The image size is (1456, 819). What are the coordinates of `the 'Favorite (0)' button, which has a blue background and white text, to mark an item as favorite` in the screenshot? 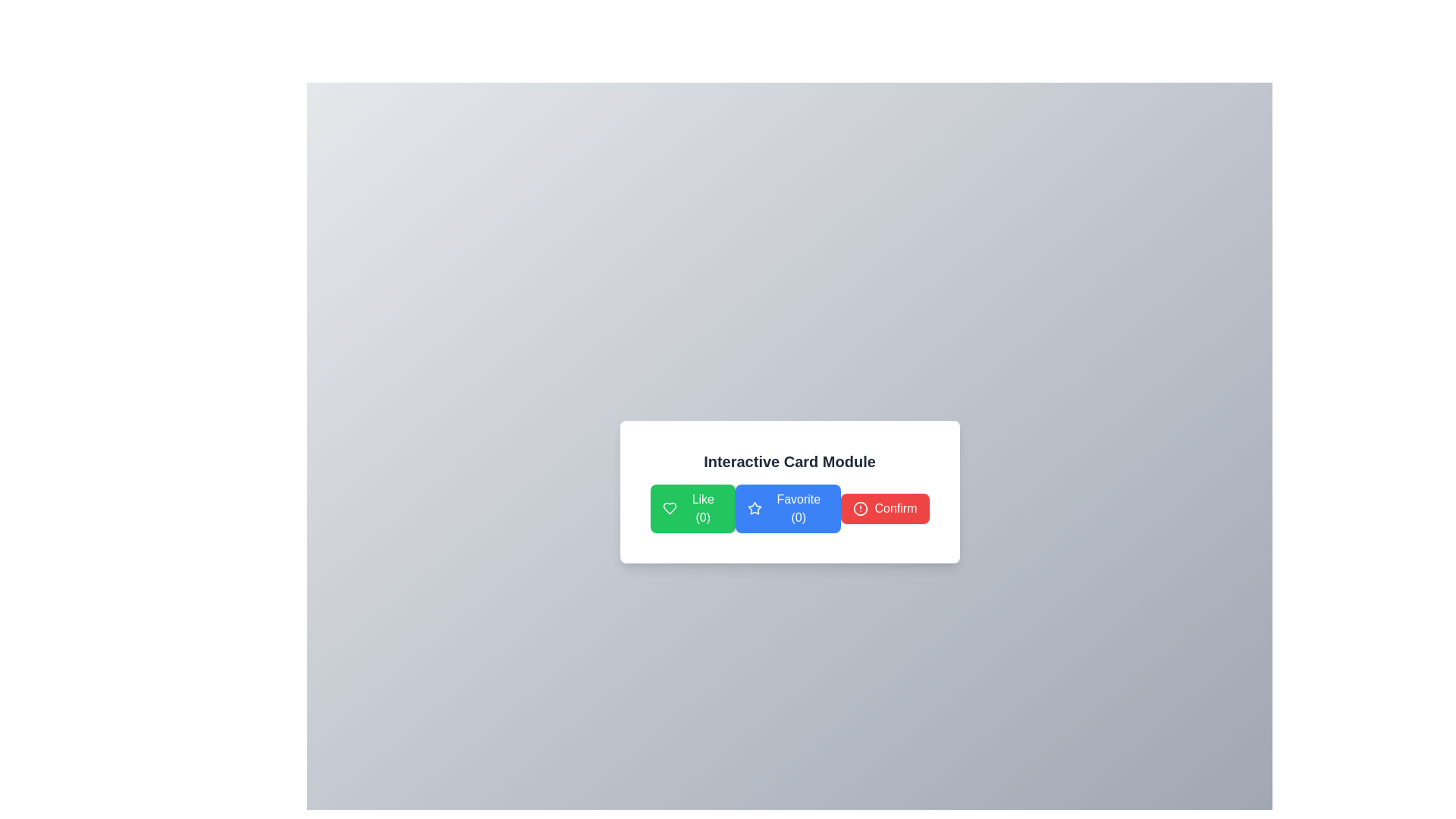 It's located at (789, 491).